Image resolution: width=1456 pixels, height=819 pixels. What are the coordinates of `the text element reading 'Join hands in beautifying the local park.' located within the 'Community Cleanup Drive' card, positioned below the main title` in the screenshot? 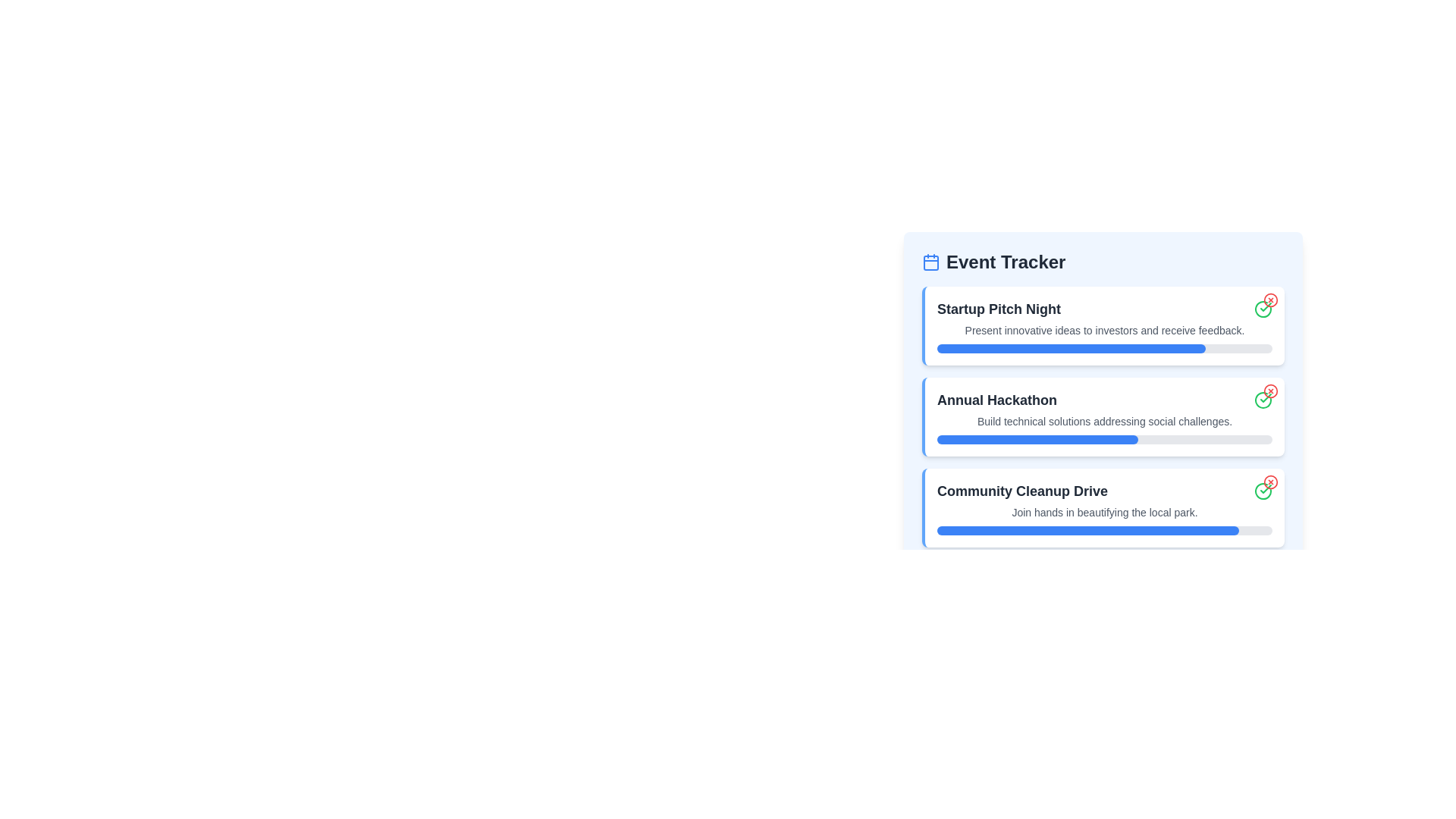 It's located at (1105, 512).